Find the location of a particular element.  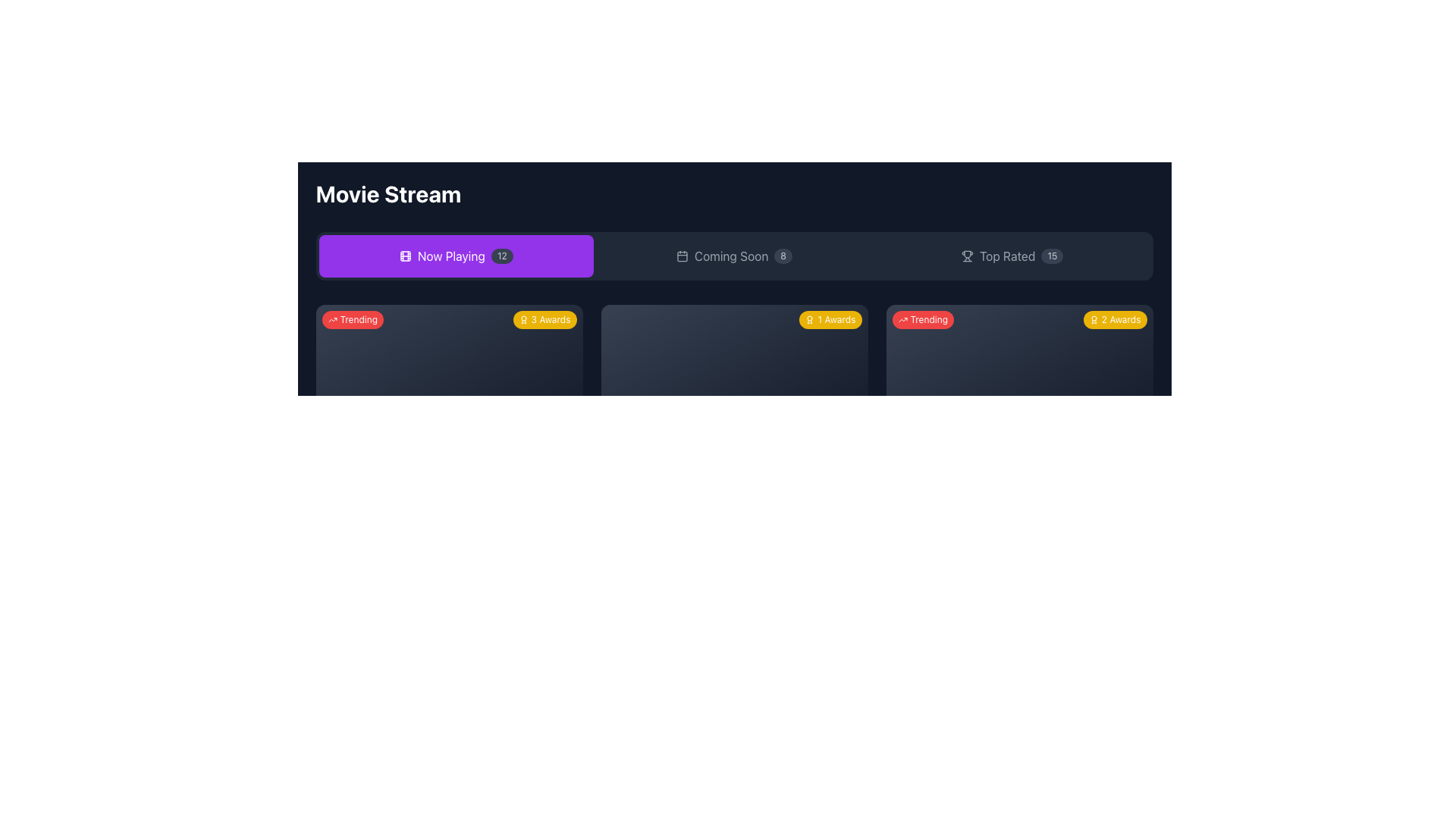

the decorative award icon, which is a circular medallion with a ribbon-like protrusion, located immediately to the left of the '3 Awards' text within a yellow badge is located at coordinates (523, 318).